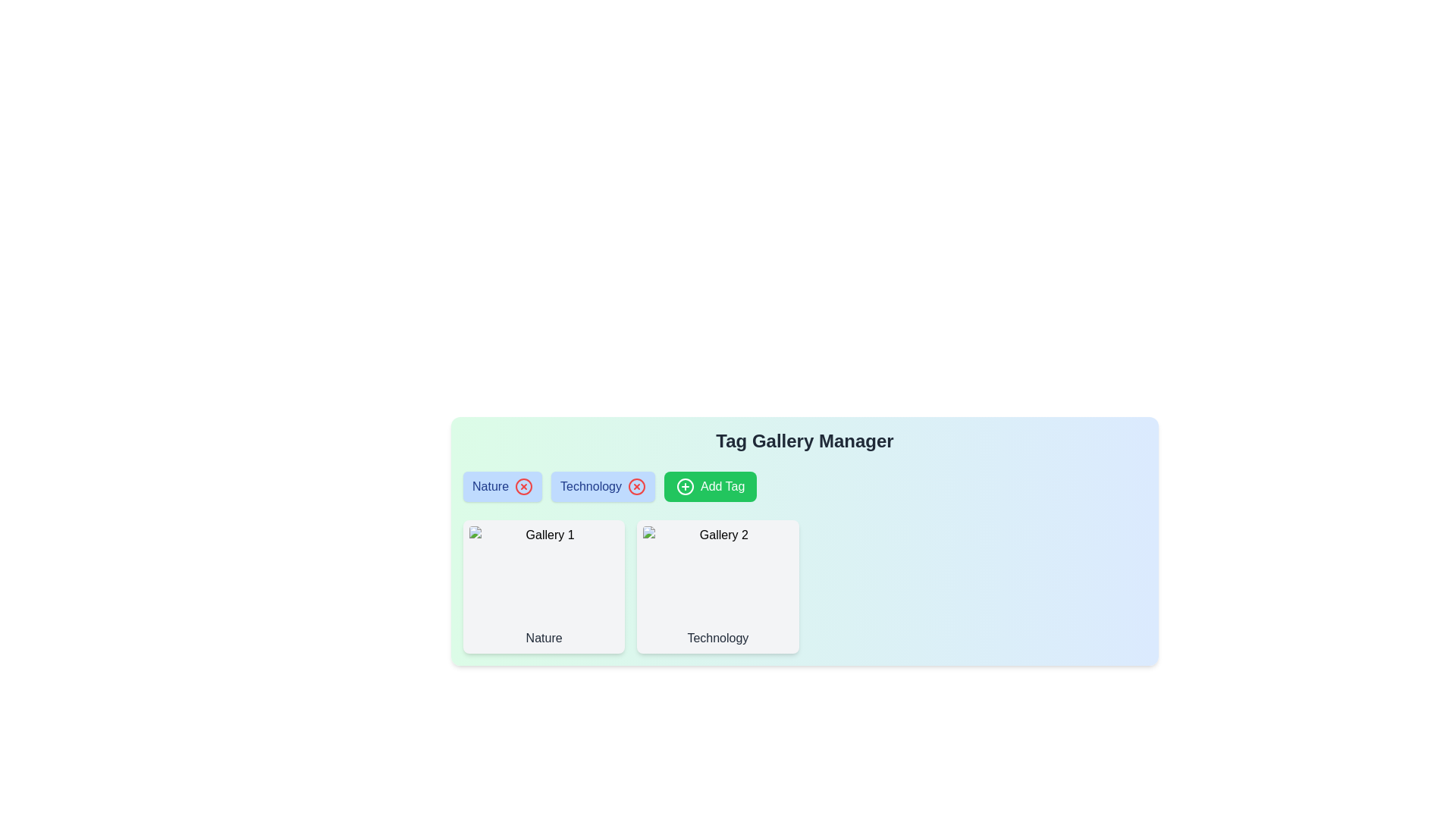 The width and height of the screenshot is (1456, 819). Describe the element at coordinates (544, 638) in the screenshot. I see `text label displaying 'Nature' which is centered beneath the 'Gallery 1' image in a card-like area` at that location.